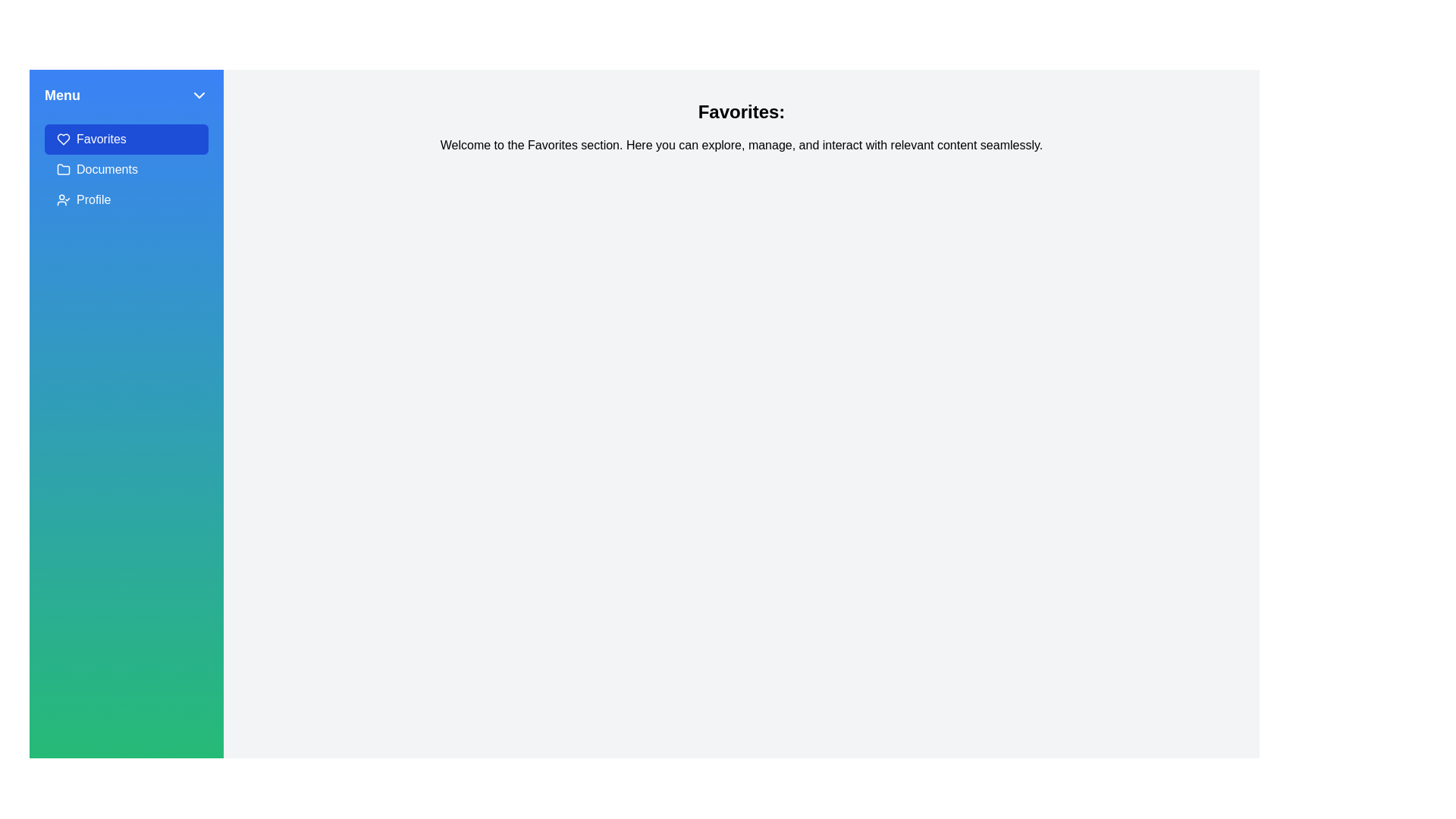 This screenshot has height=819, width=1456. I want to click on the Profile tab in the drawer, so click(127, 199).